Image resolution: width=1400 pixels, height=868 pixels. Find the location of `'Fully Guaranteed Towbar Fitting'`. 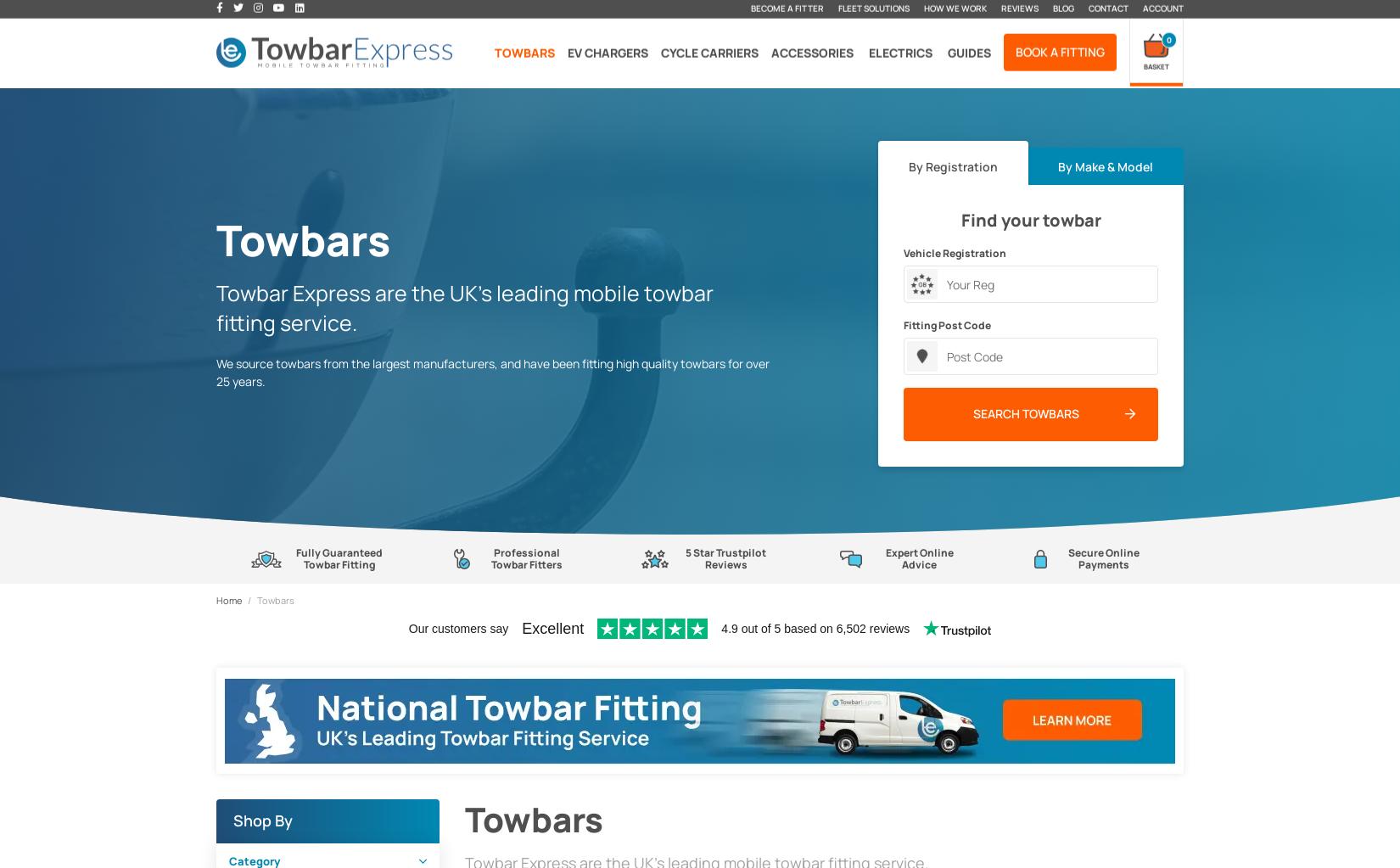

'Fully Guaranteed Towbar Fitting' is located at coordinates (338, 557).